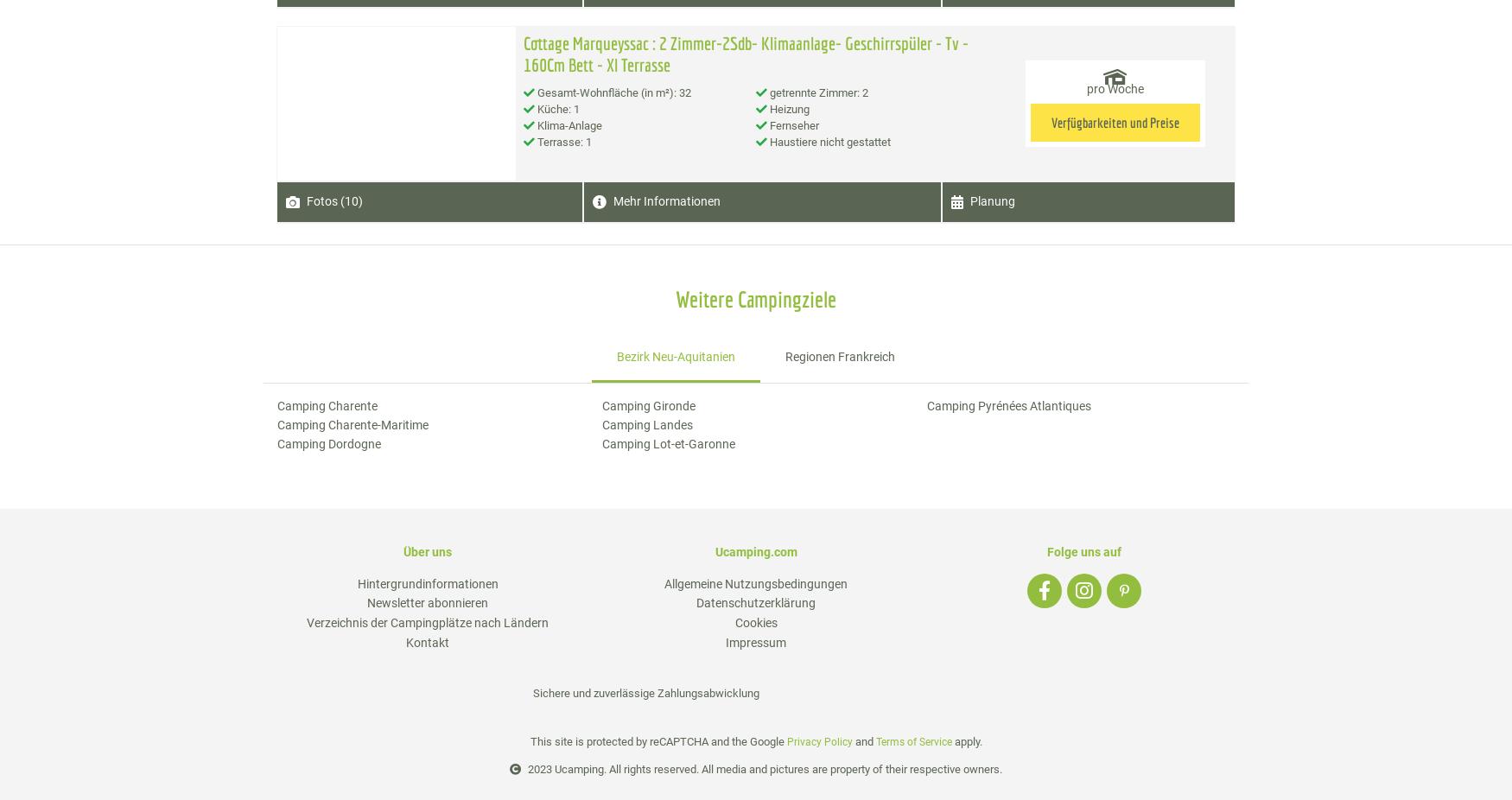  I want to click on 'Kontakt', so click(428, 642).